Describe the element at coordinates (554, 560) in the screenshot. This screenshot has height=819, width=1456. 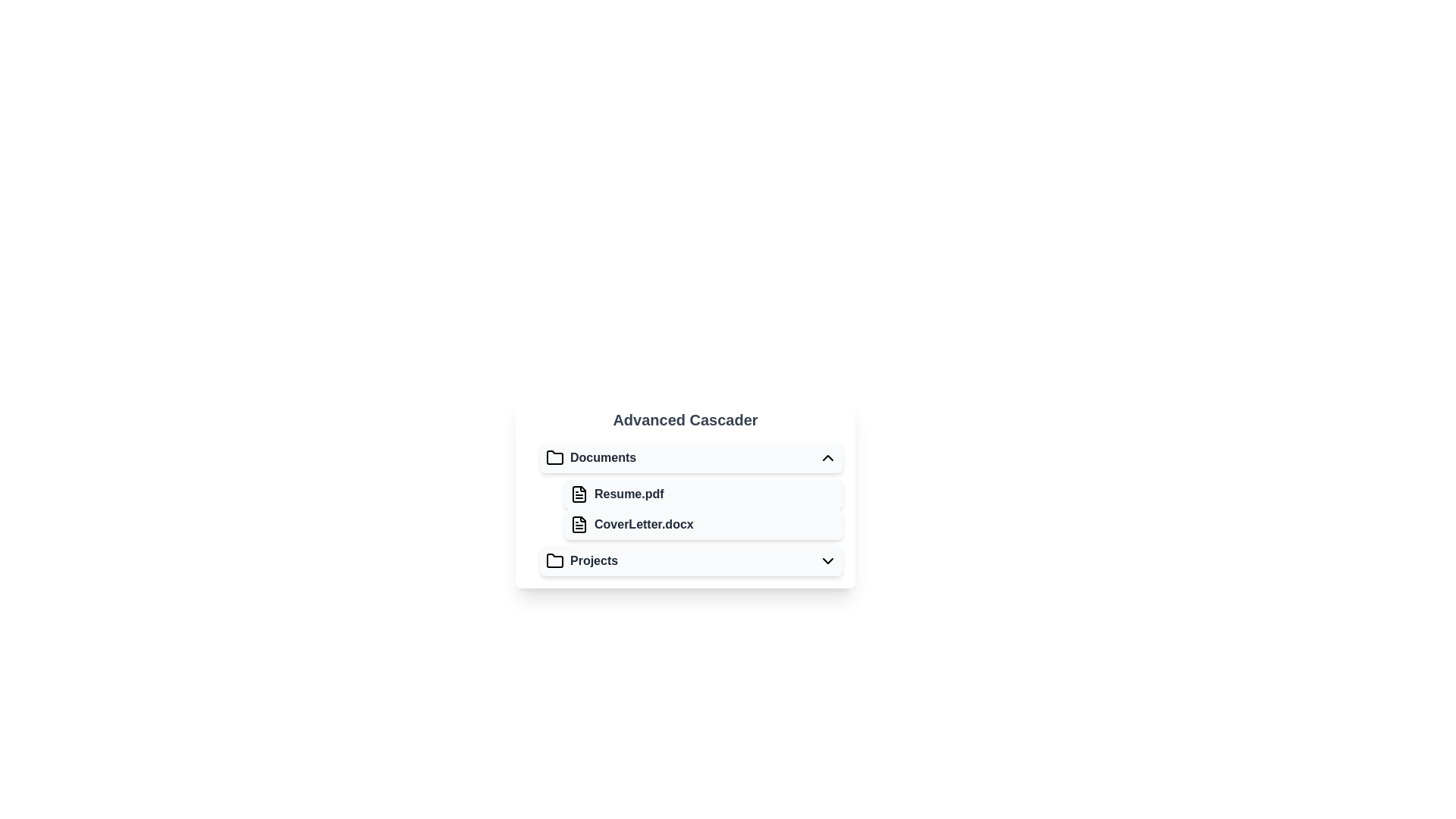
I see `the 'Projects' icon, which serves as a graphical representation for the Projects section in the collapsible menu` at that location.